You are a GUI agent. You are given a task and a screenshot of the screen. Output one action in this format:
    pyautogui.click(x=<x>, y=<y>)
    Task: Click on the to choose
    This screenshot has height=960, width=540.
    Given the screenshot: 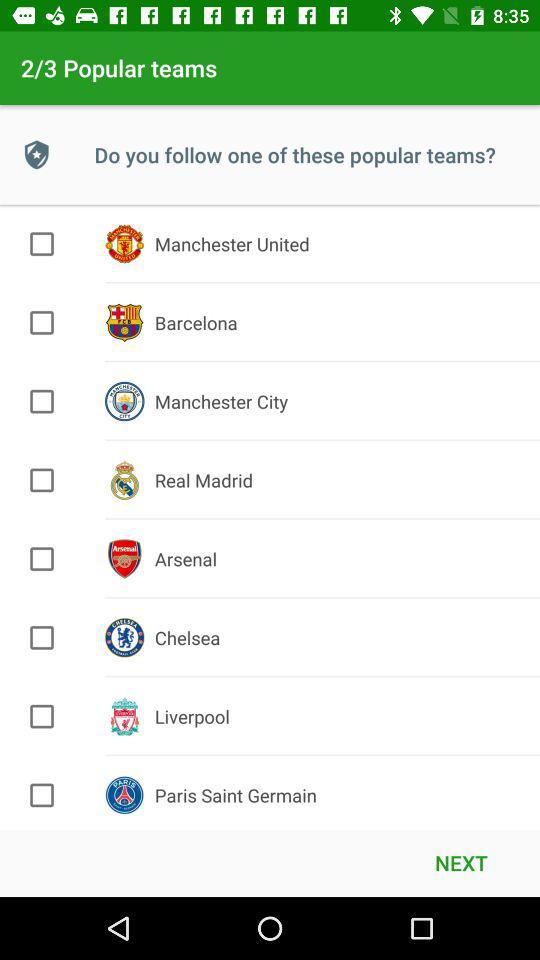 What is the action you would take?
    pyautogui.click(x=42, y=559)
    